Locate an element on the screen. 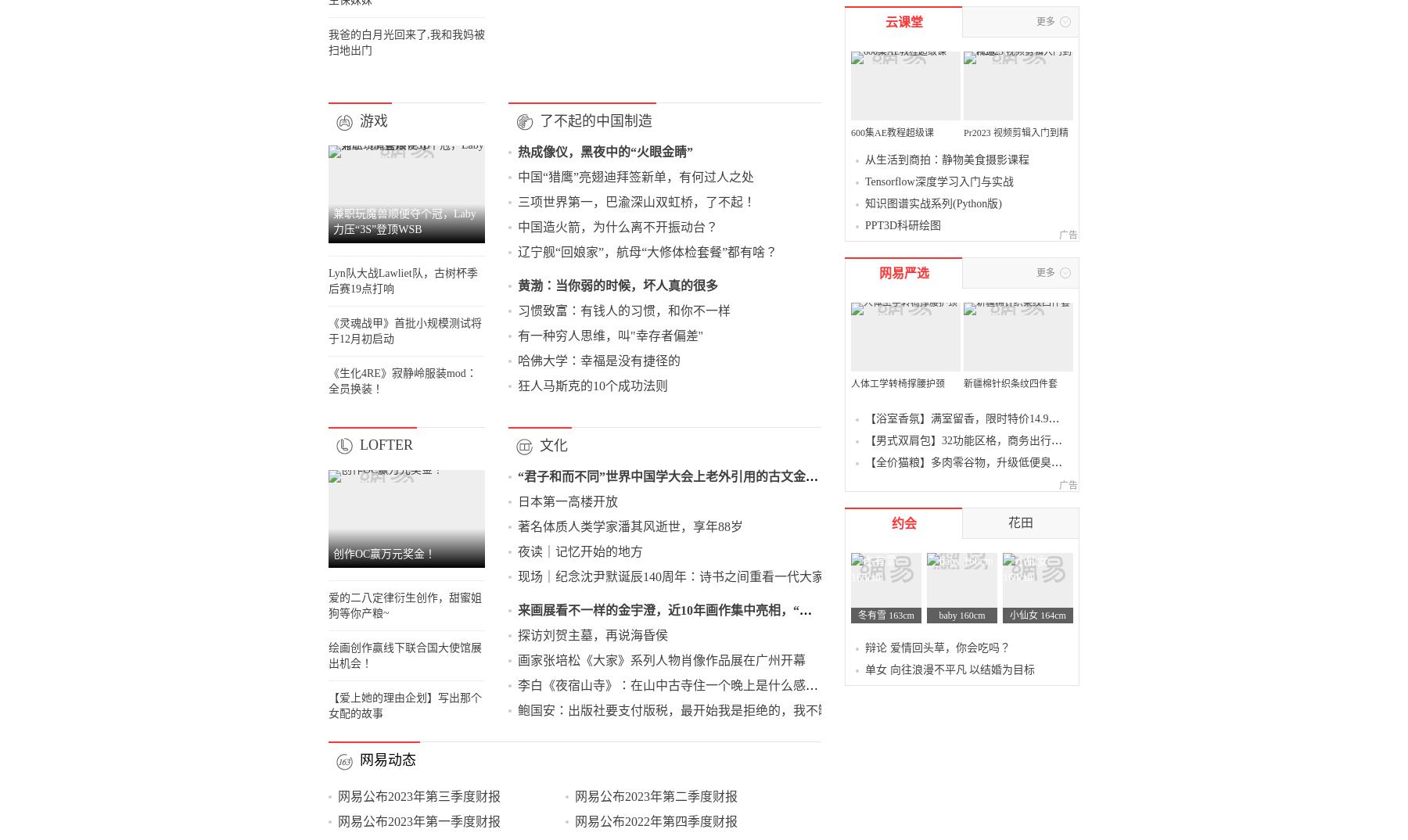 The width and height of the screenshot is (1408, 840). '狂人马斯克的10个成功法则' is located at coordinates (572, 770).